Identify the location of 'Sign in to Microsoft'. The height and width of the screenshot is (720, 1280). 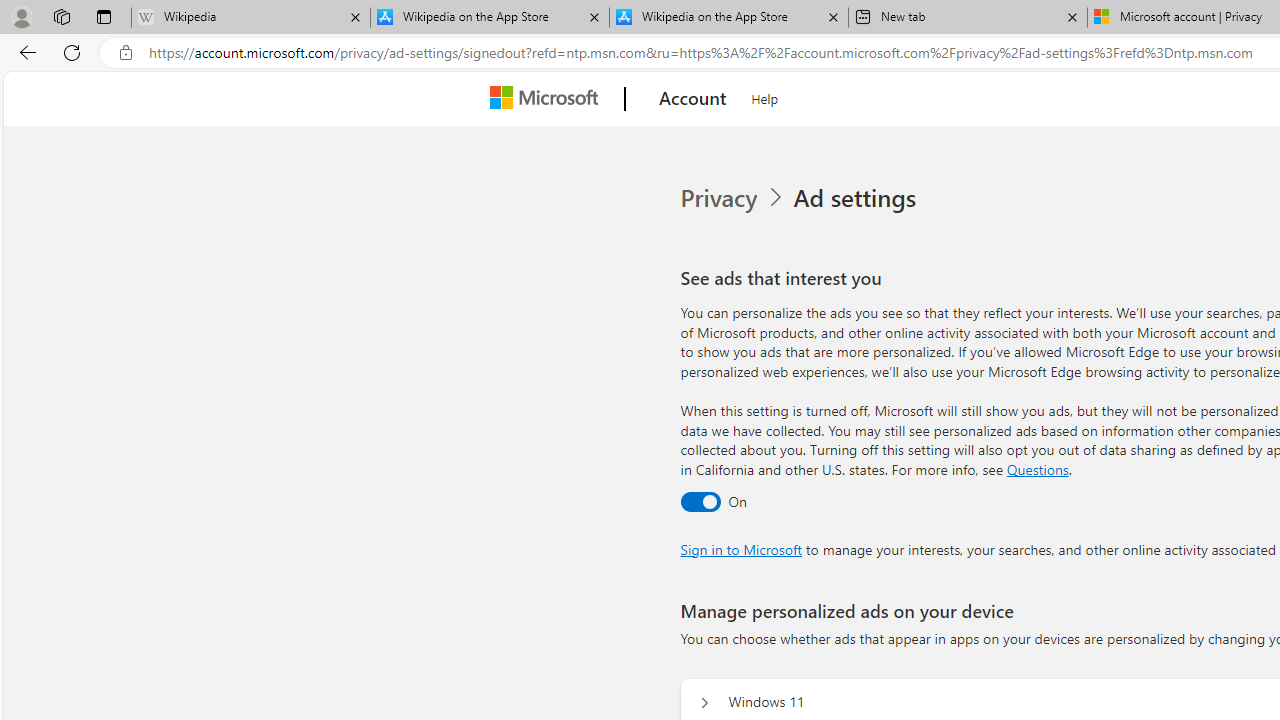
(740, 549).